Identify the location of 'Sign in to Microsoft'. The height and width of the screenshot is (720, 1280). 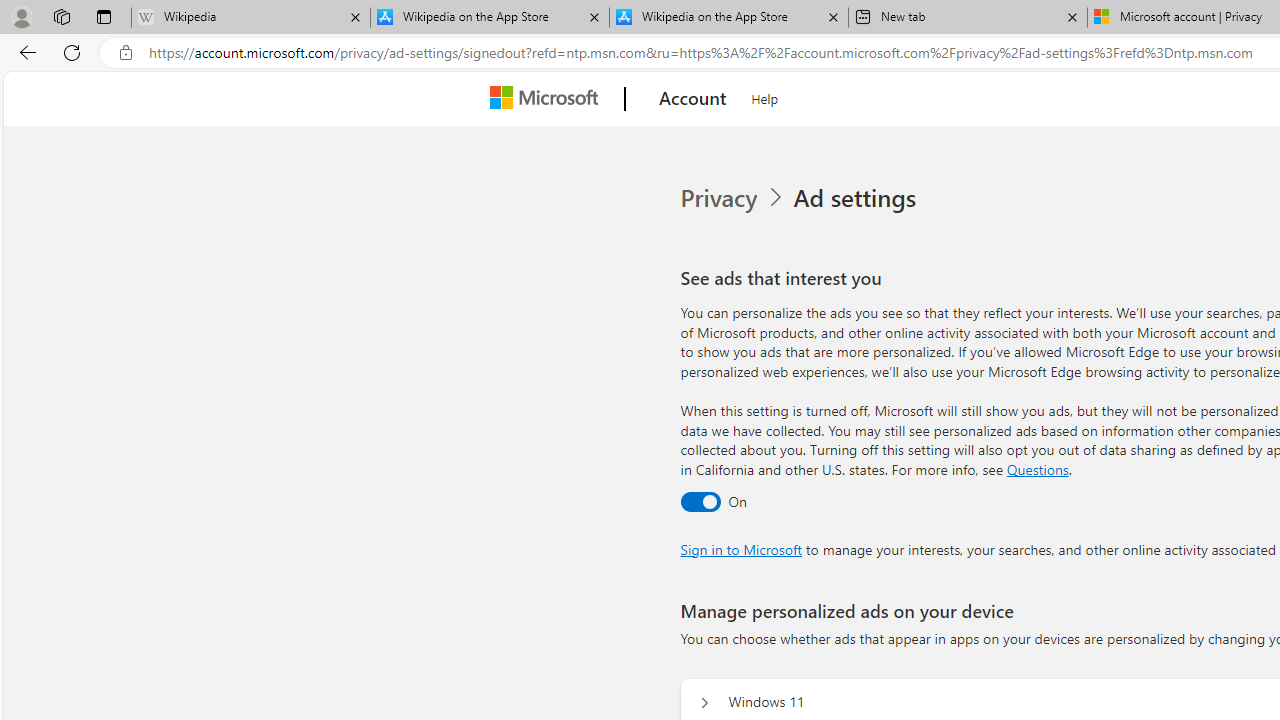
(740, 549).